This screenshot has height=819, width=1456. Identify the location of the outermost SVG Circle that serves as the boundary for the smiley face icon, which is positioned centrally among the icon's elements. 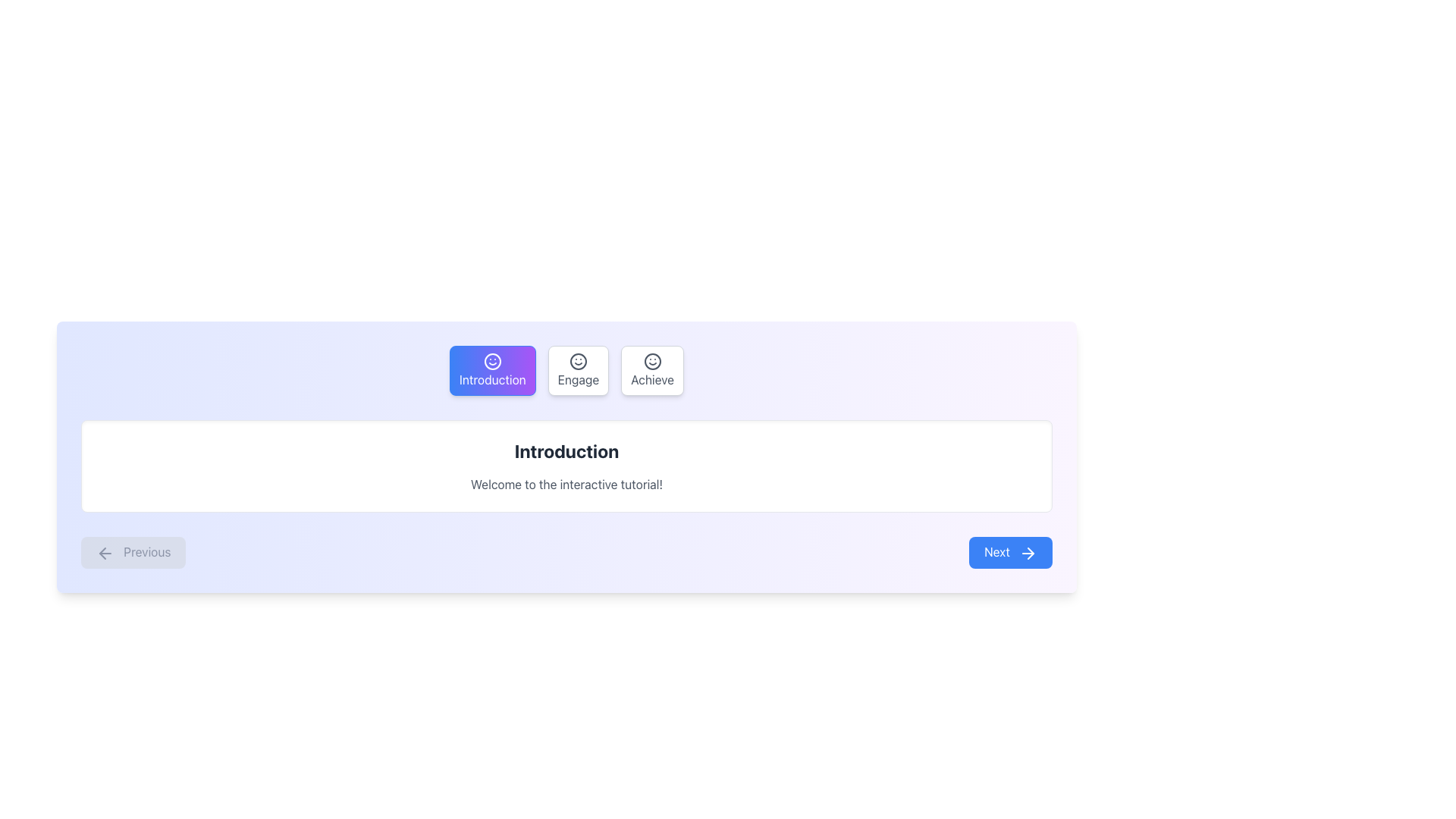
(492, 362).